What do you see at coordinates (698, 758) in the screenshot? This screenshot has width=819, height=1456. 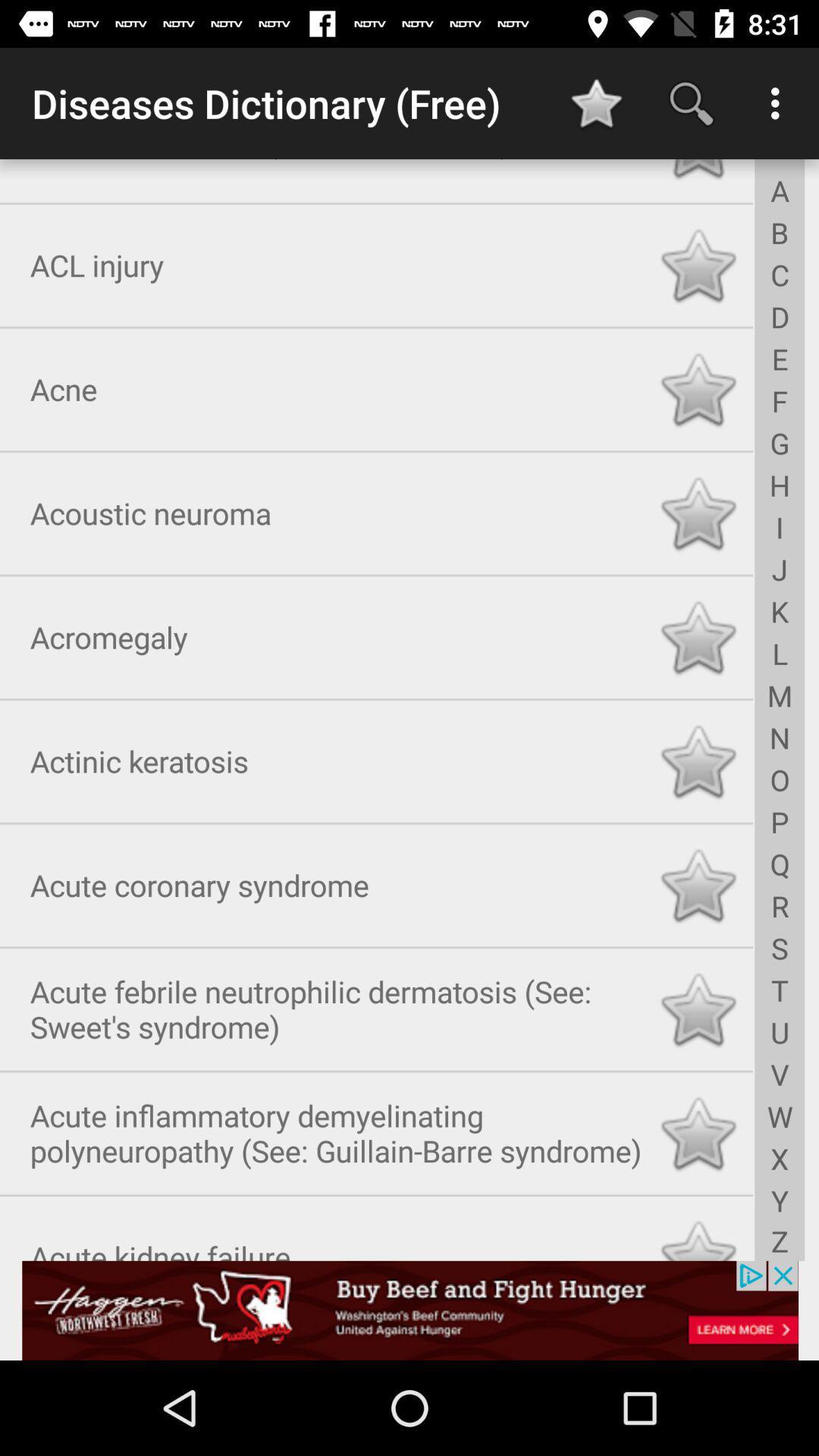 I see `star` at bounding box center [698, 758].